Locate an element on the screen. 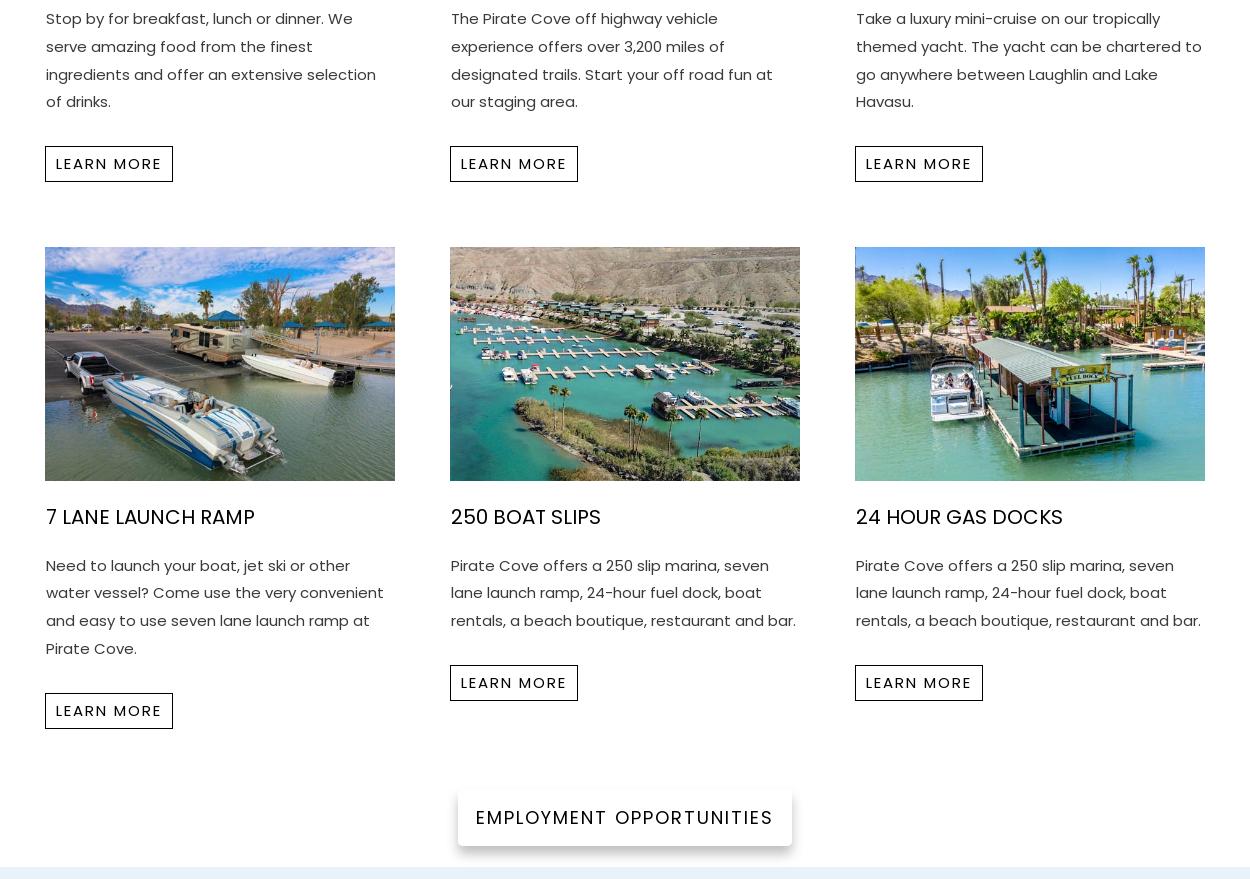  'Need to launch your boat, jet ski or other water vessel? Come use the very convenient and easy to use seven lane launch ramp at Pirate Cove.' is located at coordinates (213, 606).